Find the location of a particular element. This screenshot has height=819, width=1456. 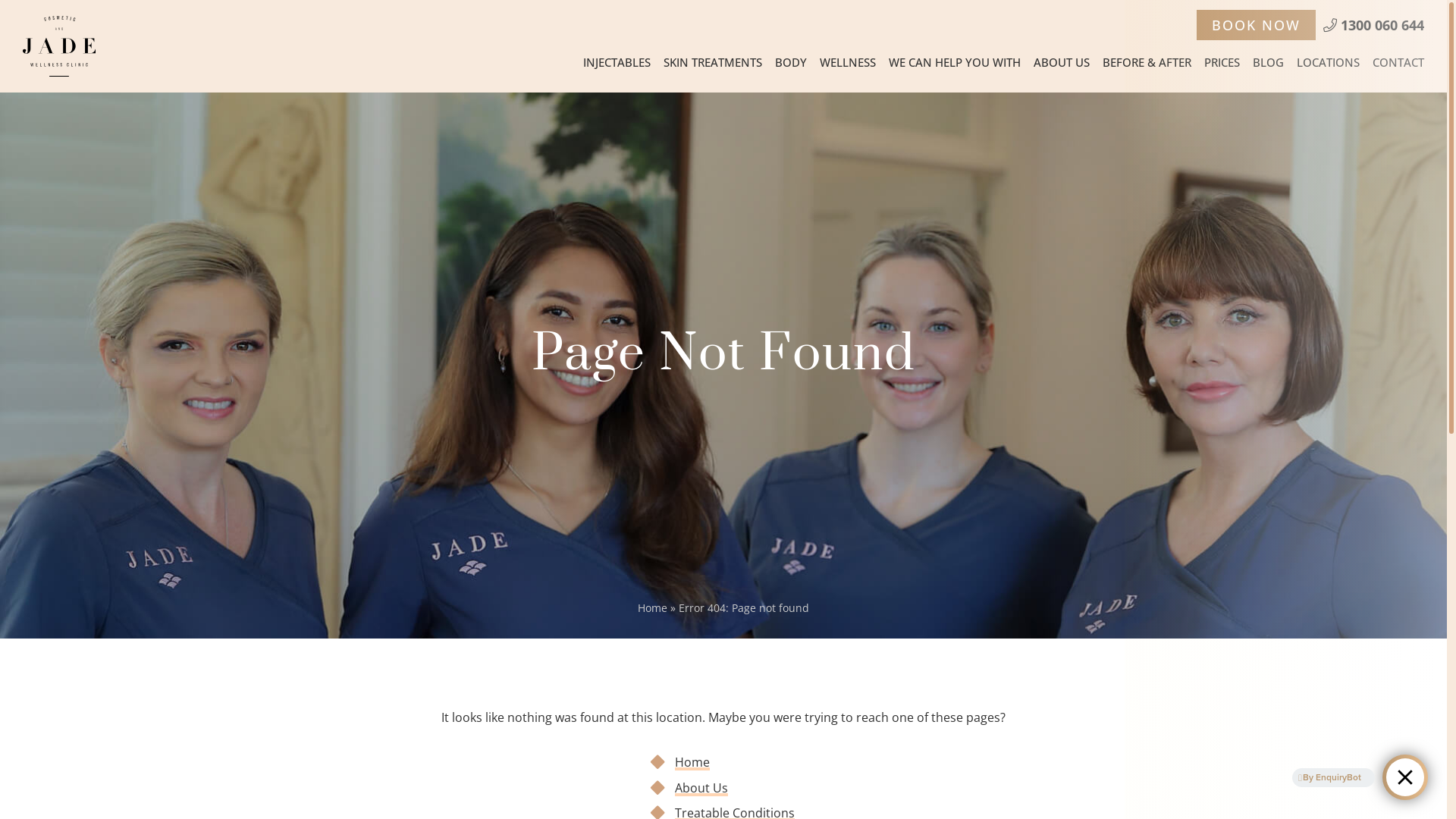

'1300 060 644' is located at coordinates (1373, 25).